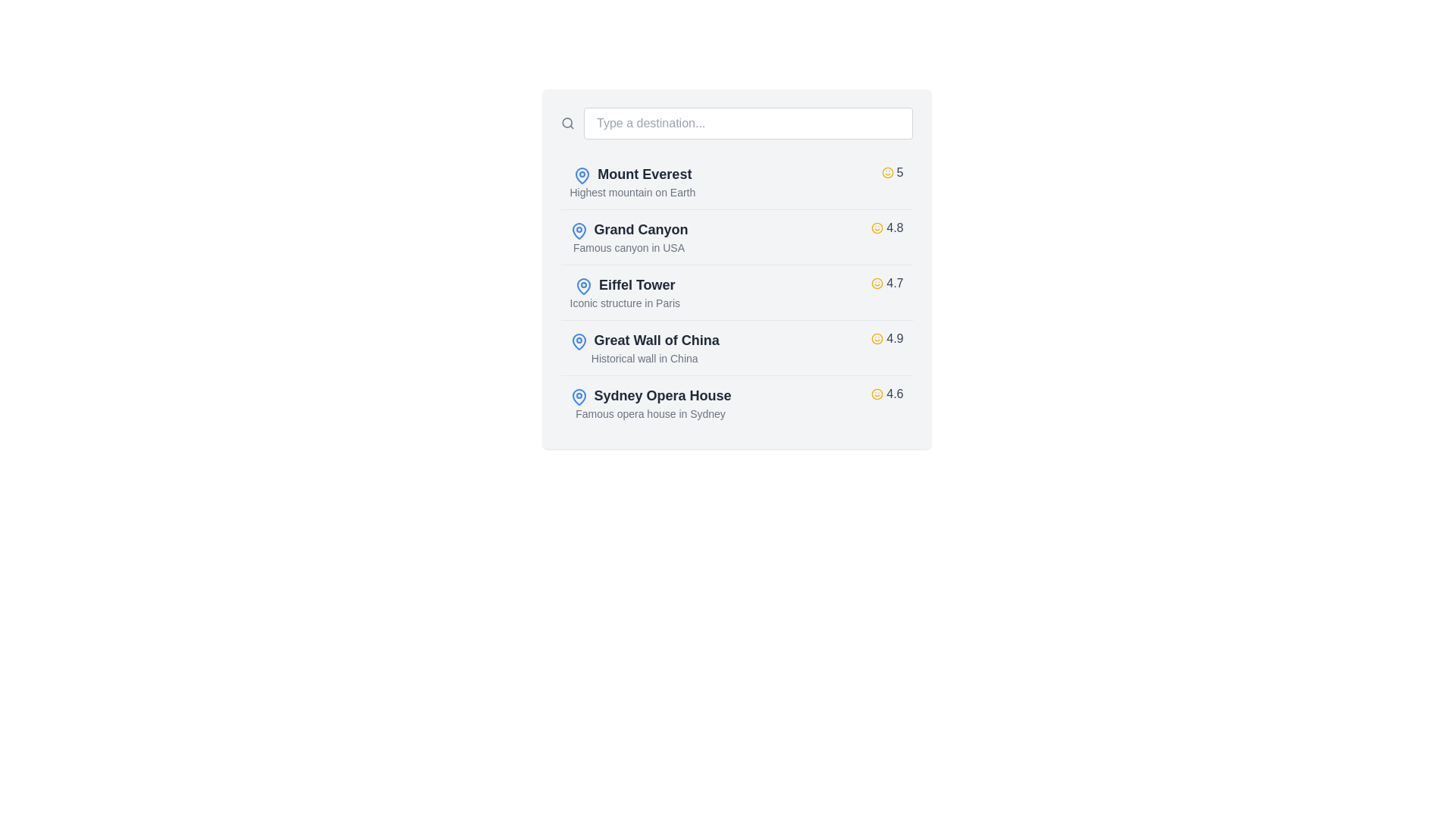 This screenshot has height=819, width=1456. Describe the element at coordinates (895, 284) in the screenshot. I see `the static text component displaying '4.7', which is styled in gray and located to the right of the yellow smiley face icon in the 'Eiffel Tower' row` at that location.